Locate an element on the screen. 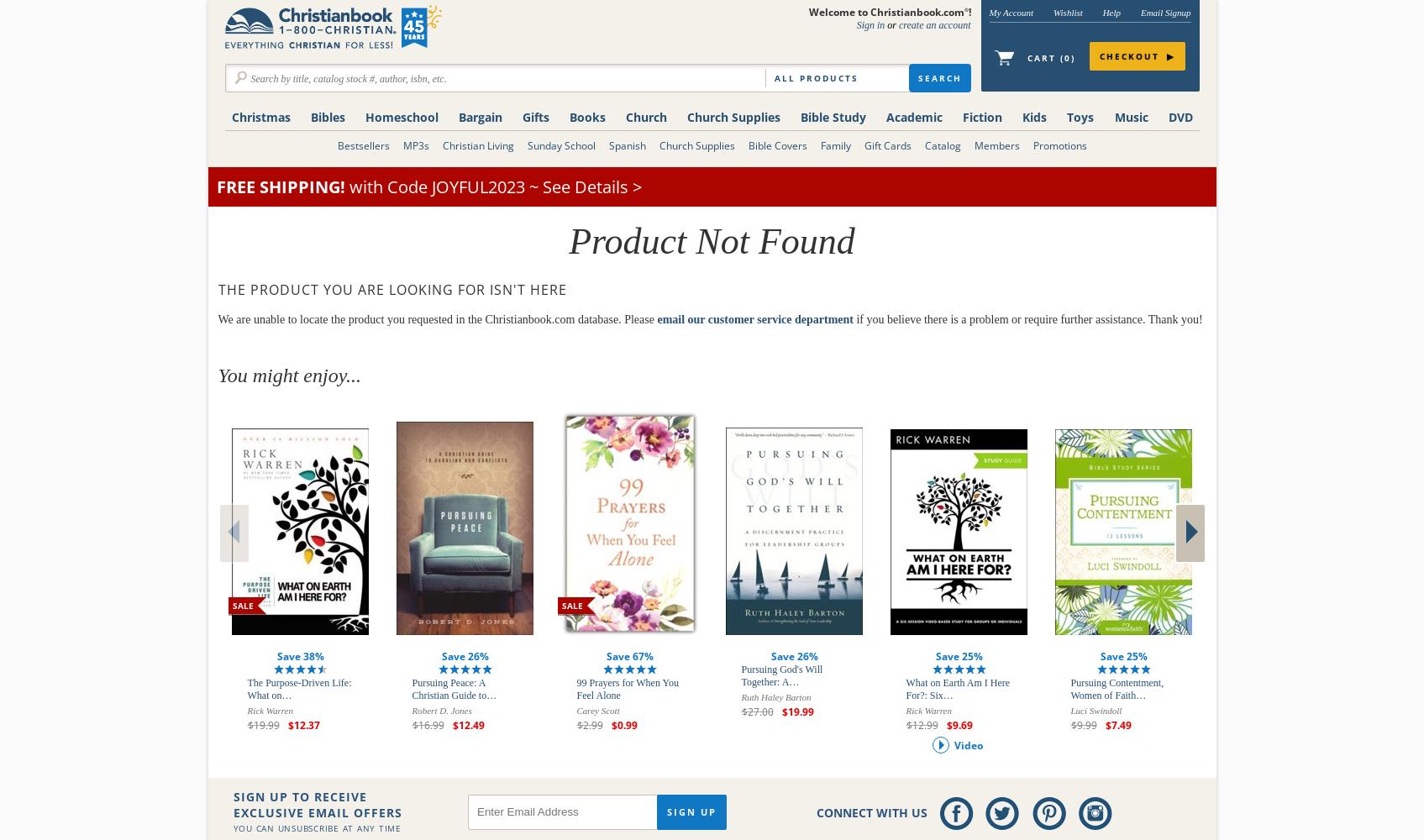 The width and height of the screenshot is (1424, 840). 'You might enjoy...' is located at coordinates (287, 374).